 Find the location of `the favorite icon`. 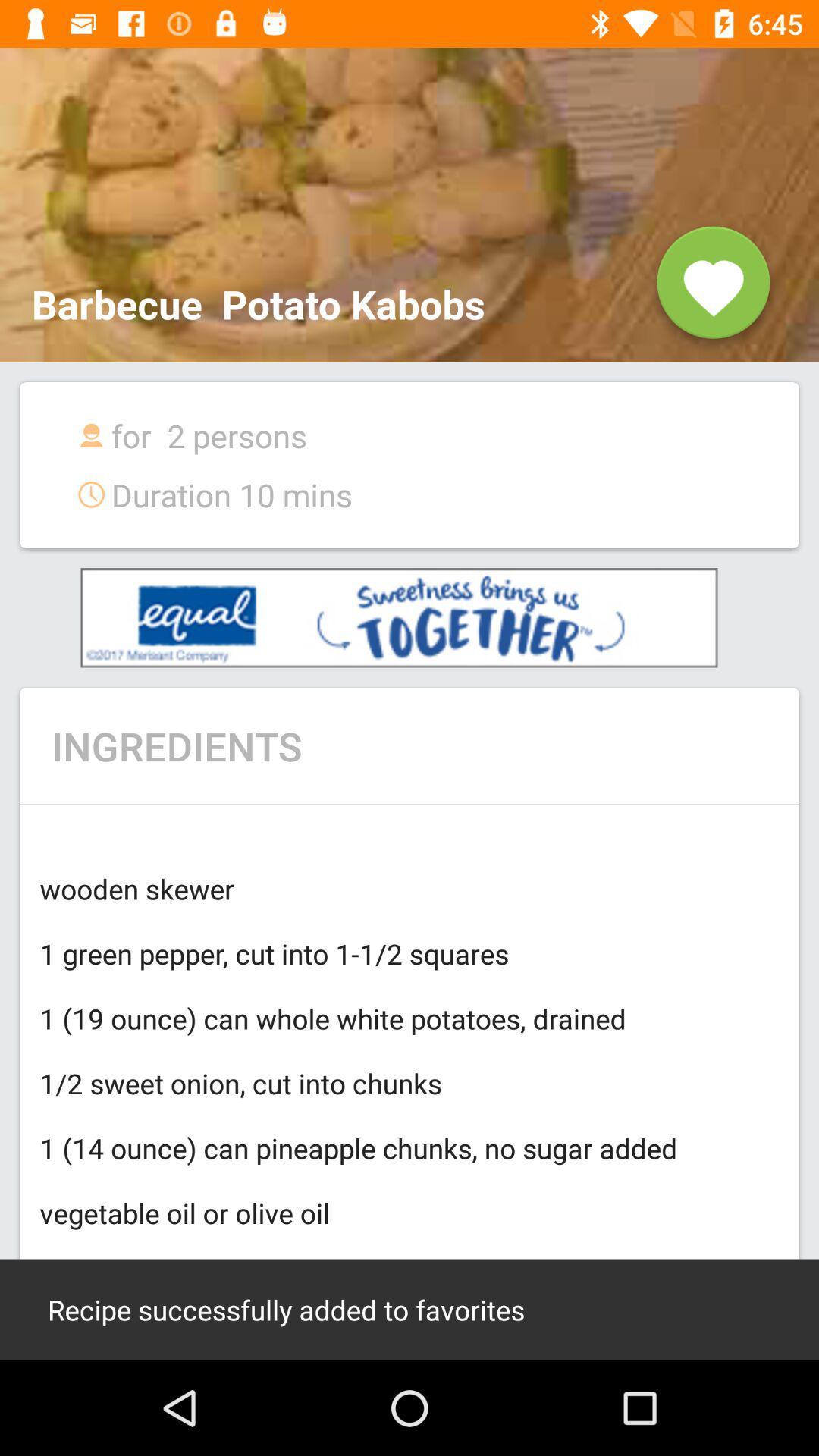

the favorite icon is located at coordinates (713, 288).